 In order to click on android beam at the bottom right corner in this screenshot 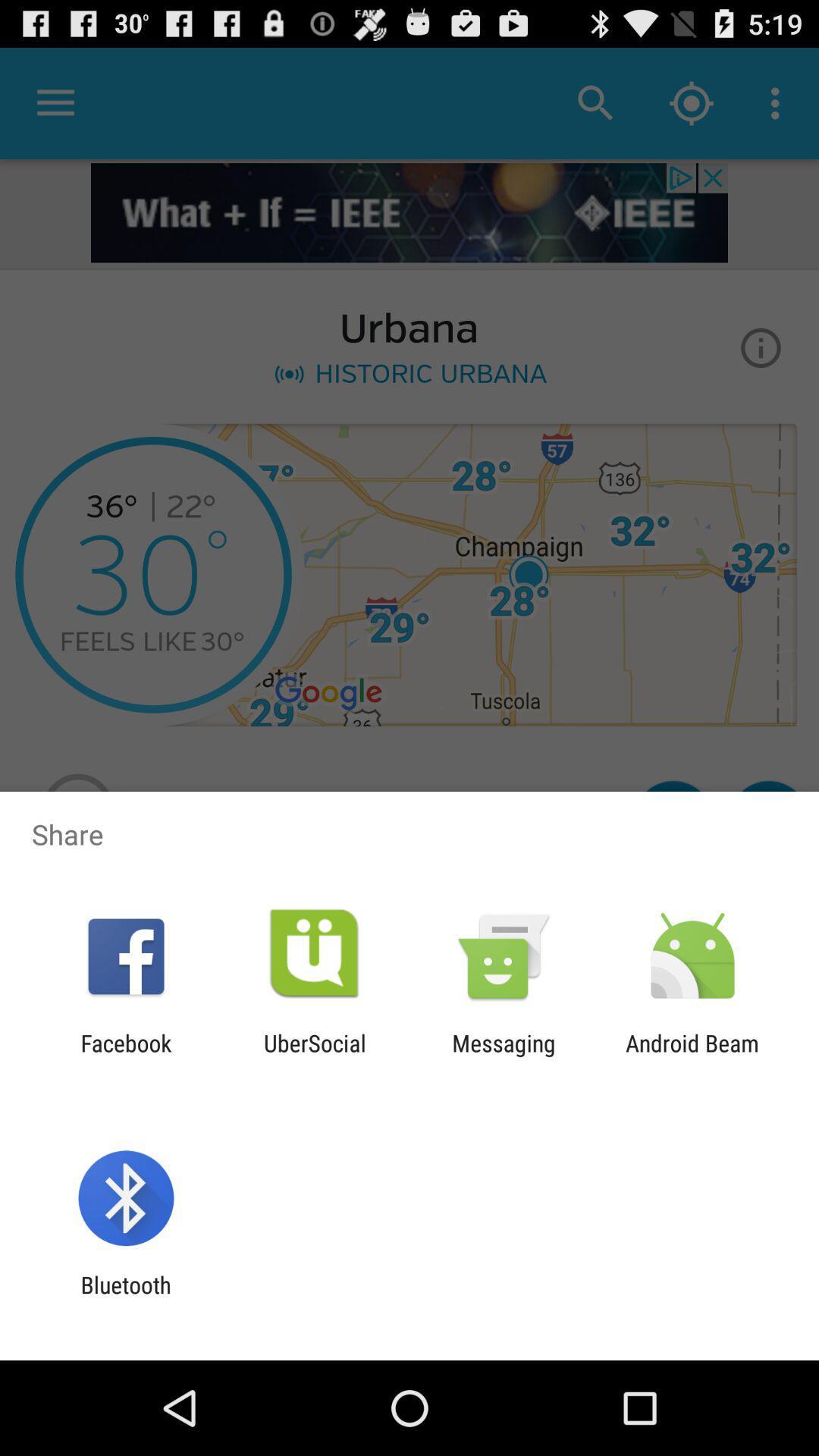, I will do `click(692, 1056)`.